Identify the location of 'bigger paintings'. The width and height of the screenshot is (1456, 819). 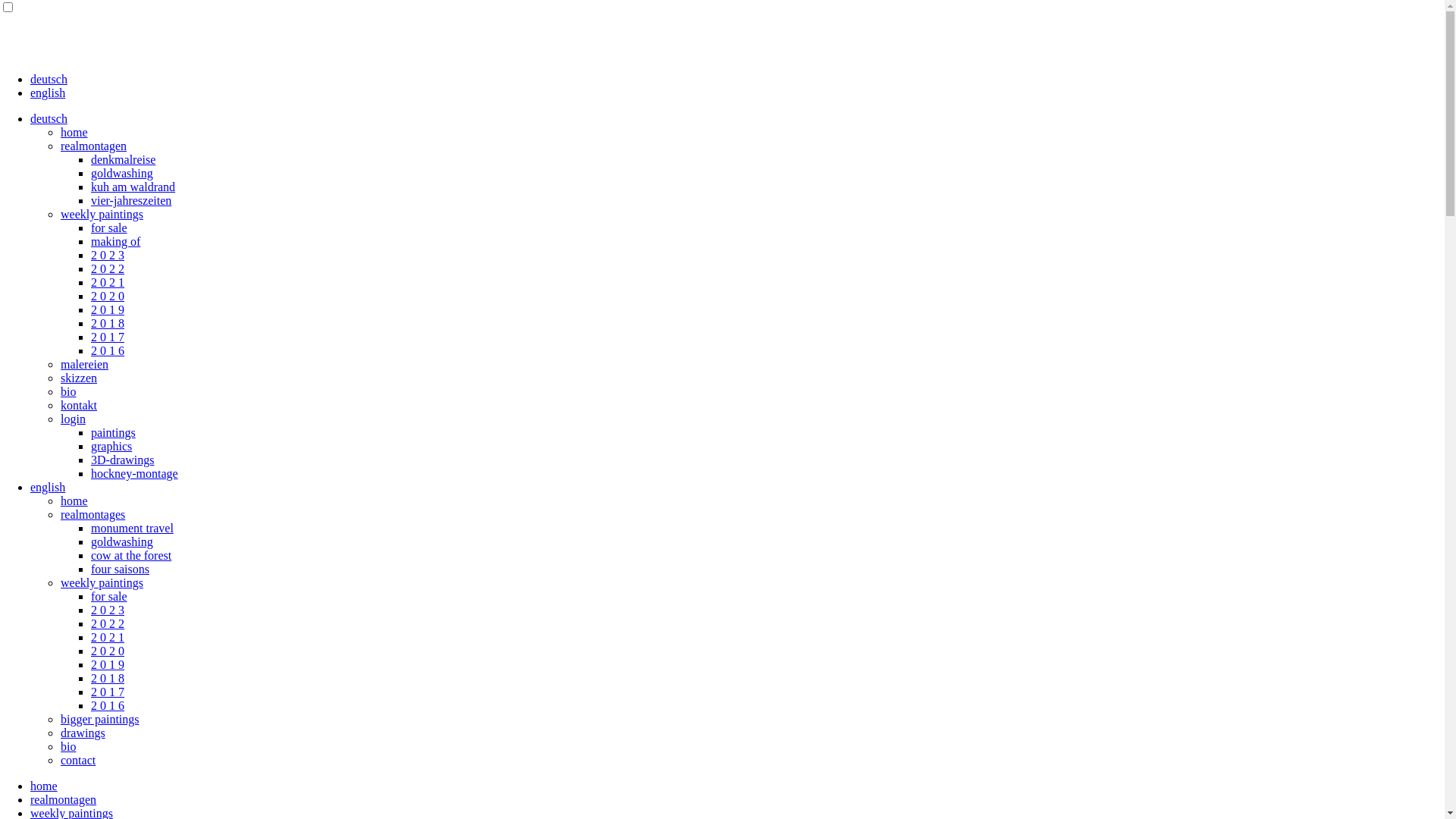
(99, 718).